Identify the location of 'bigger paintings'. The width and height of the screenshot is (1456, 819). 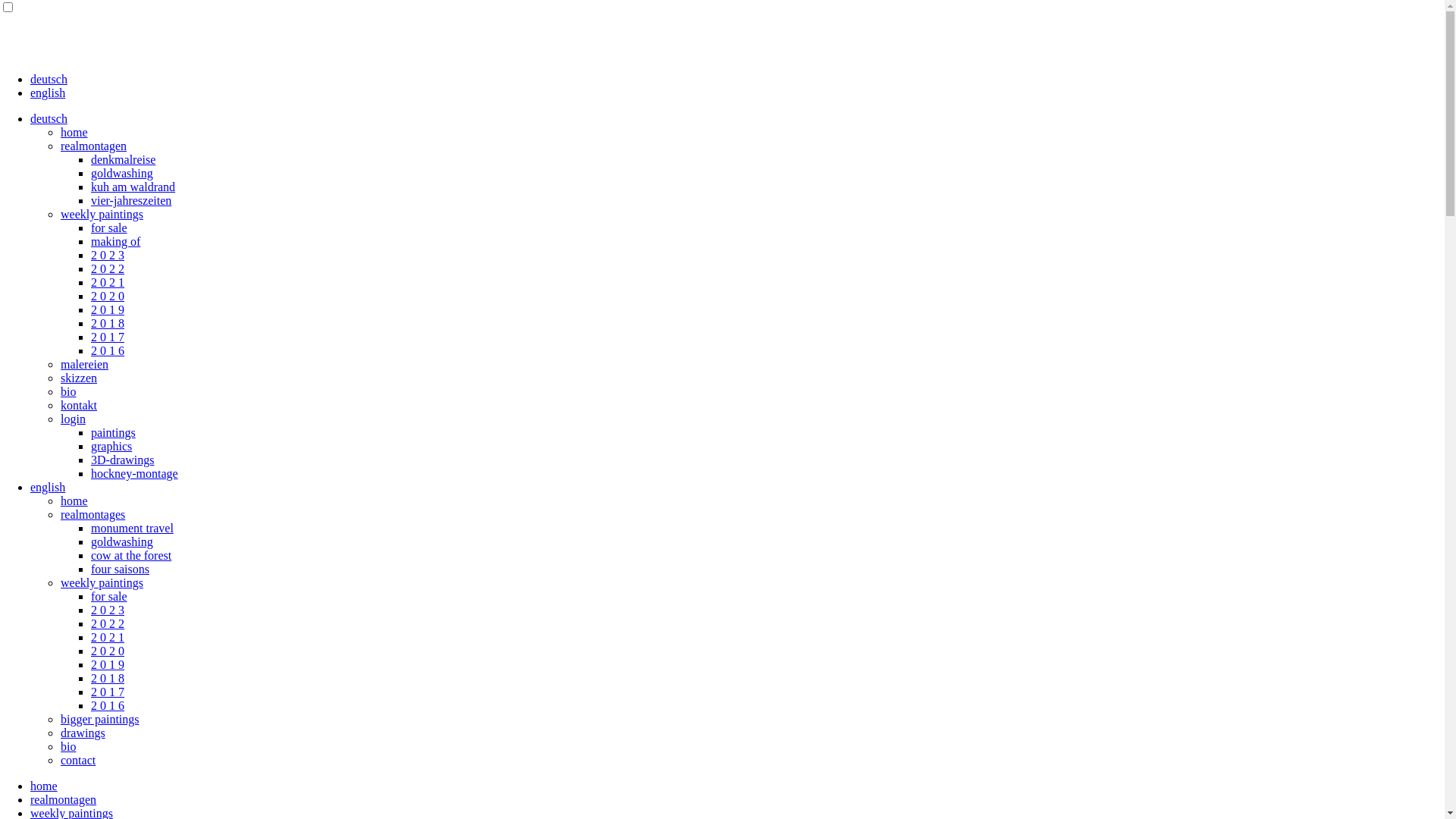
(99, 718).